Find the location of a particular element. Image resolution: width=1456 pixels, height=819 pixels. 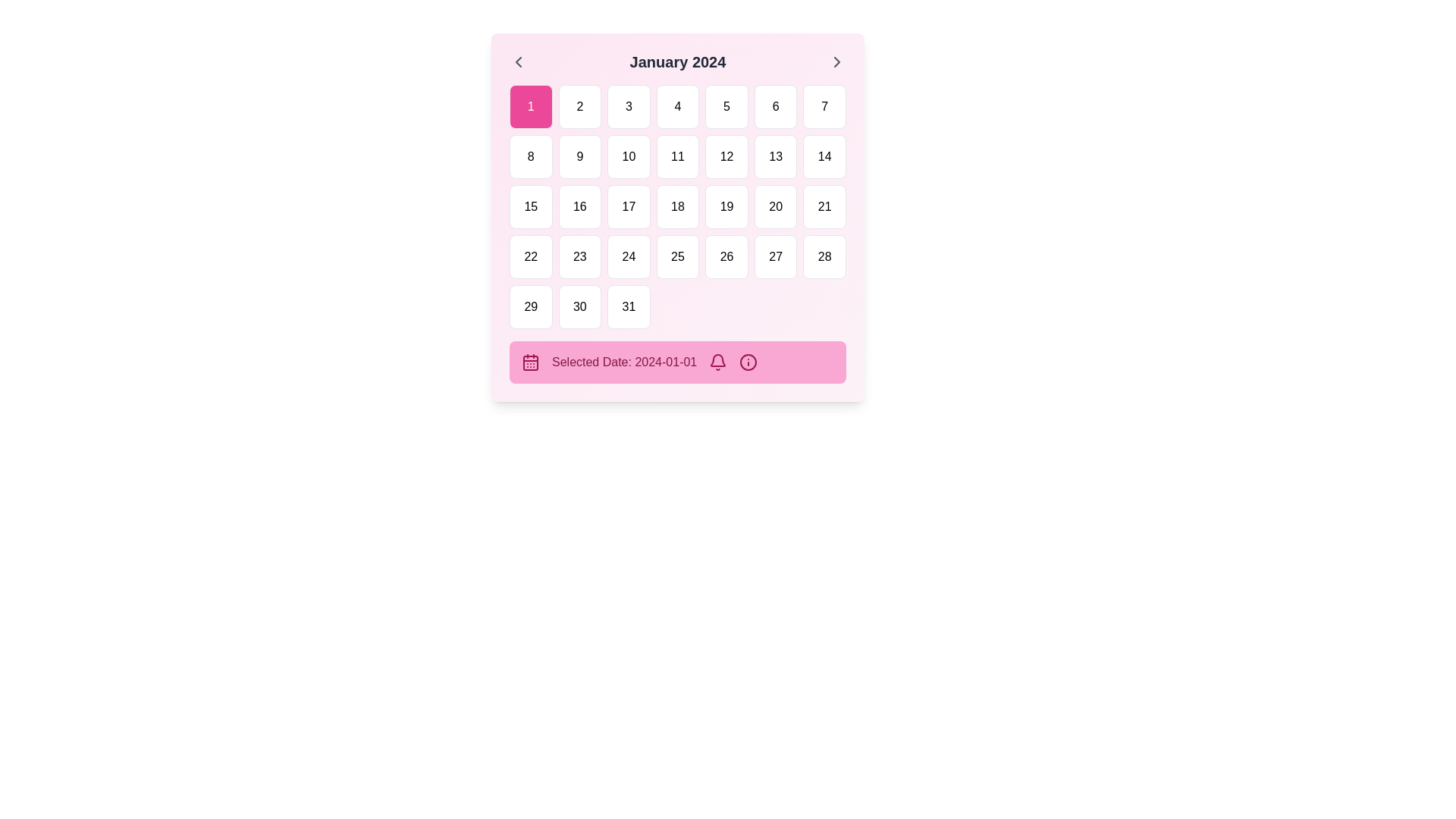

the button labeled '12' in the calendar grid is located at coordinates (726, 157).